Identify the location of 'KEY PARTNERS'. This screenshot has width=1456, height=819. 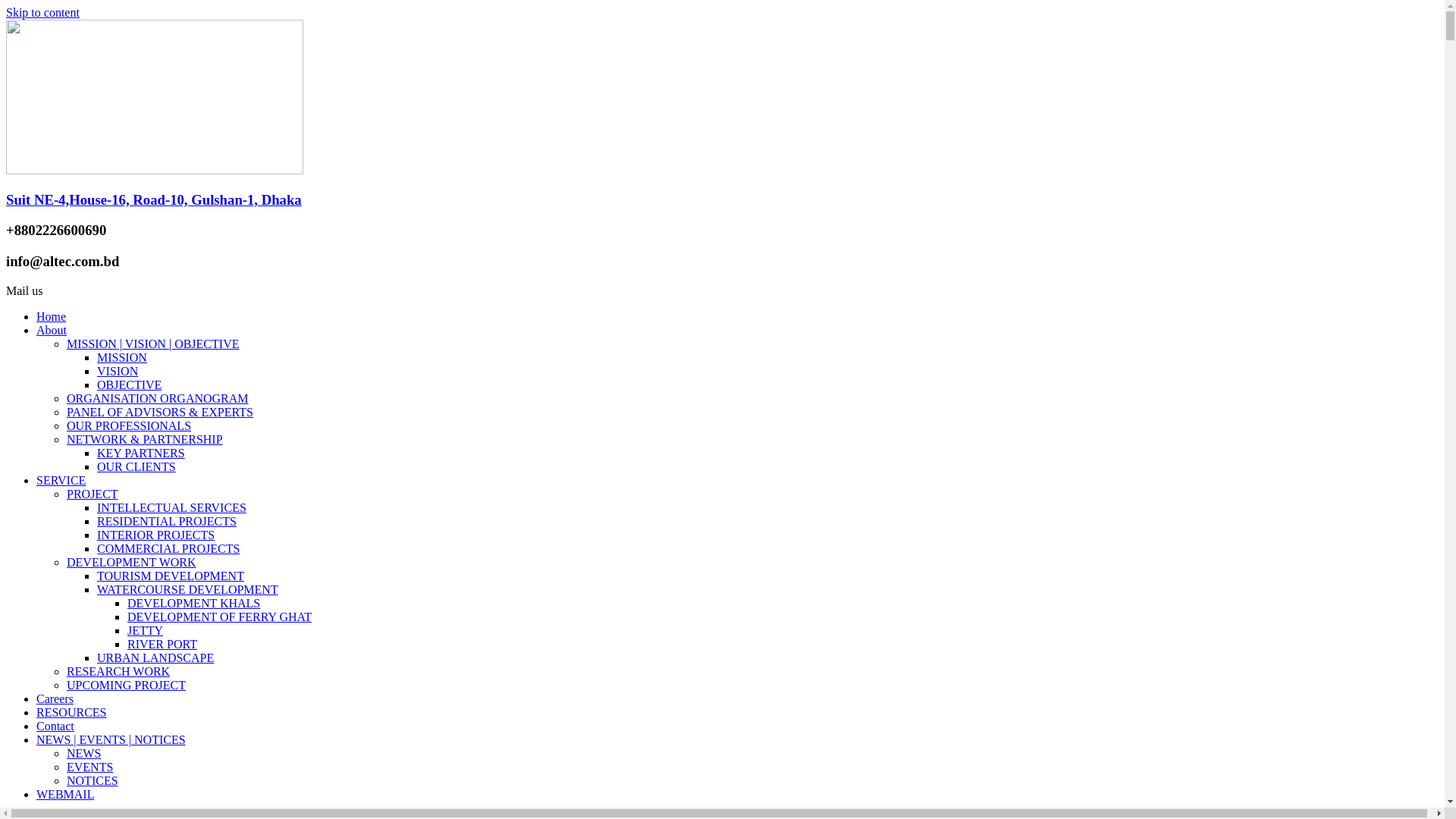
(141, 452).